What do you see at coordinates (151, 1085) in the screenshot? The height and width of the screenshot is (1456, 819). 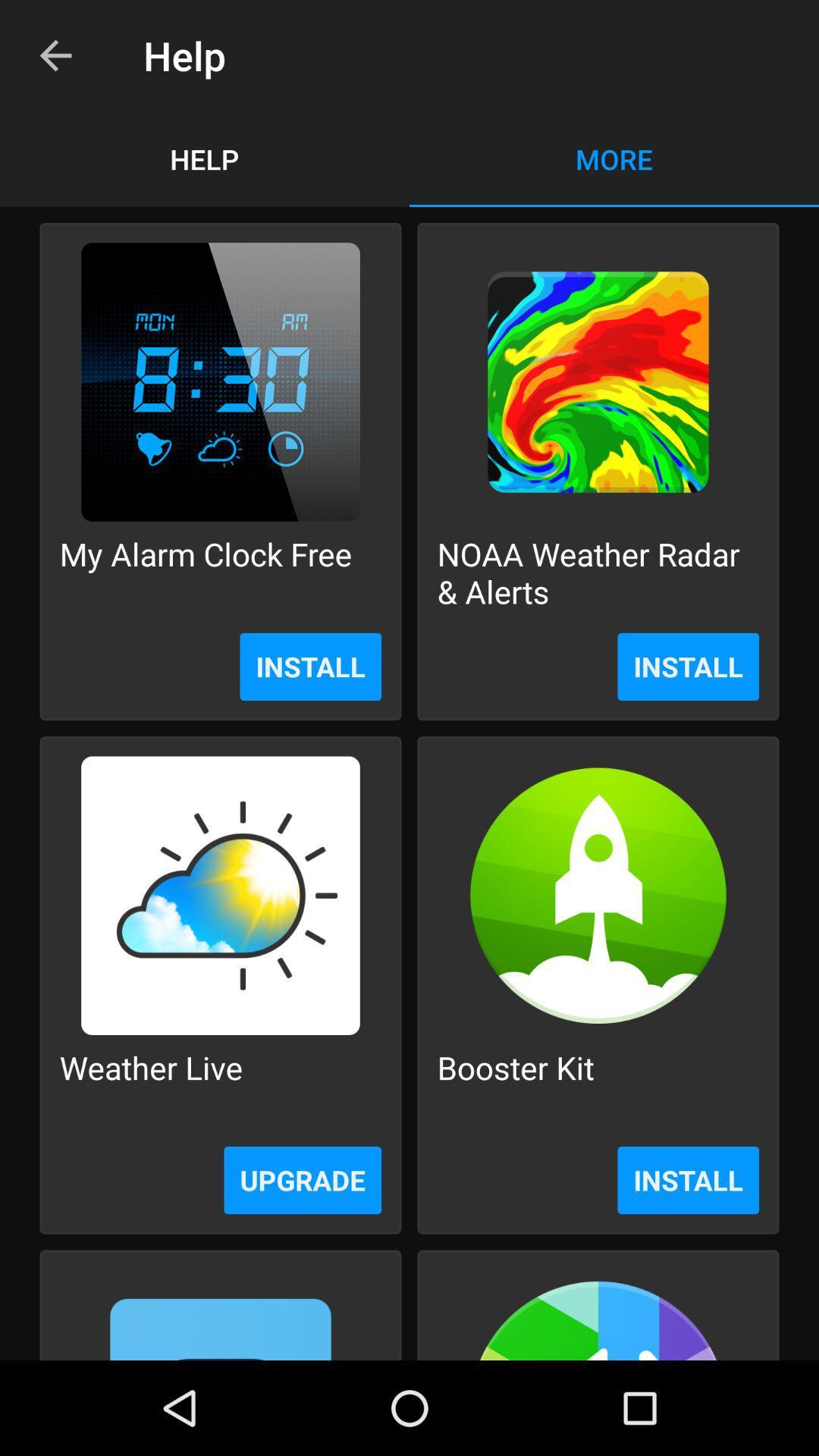 I see `icon next to booster kit icon` at bounding box center [151, 1085].